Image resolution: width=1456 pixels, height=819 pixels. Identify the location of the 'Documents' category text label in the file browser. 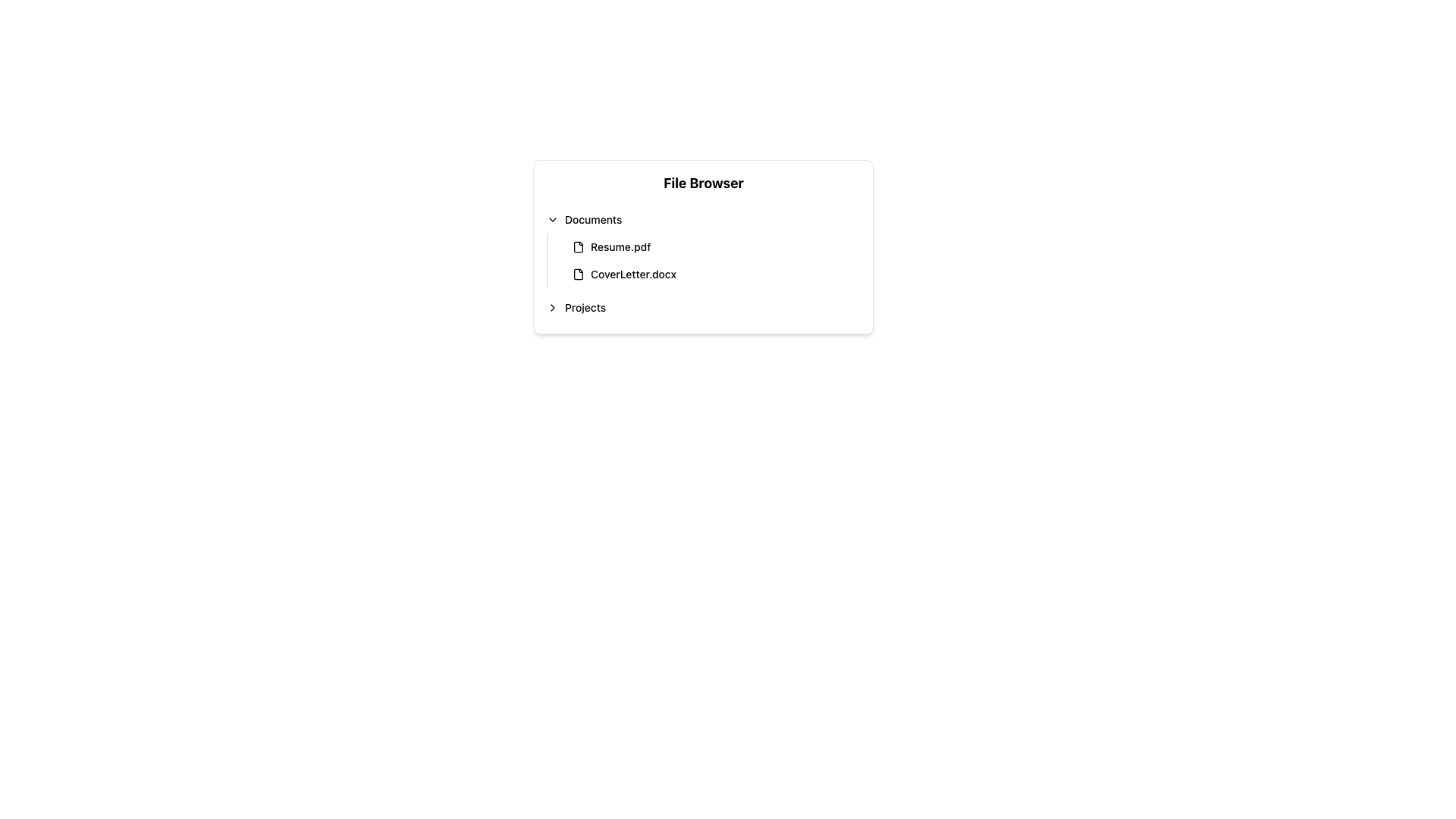
(592, 219).